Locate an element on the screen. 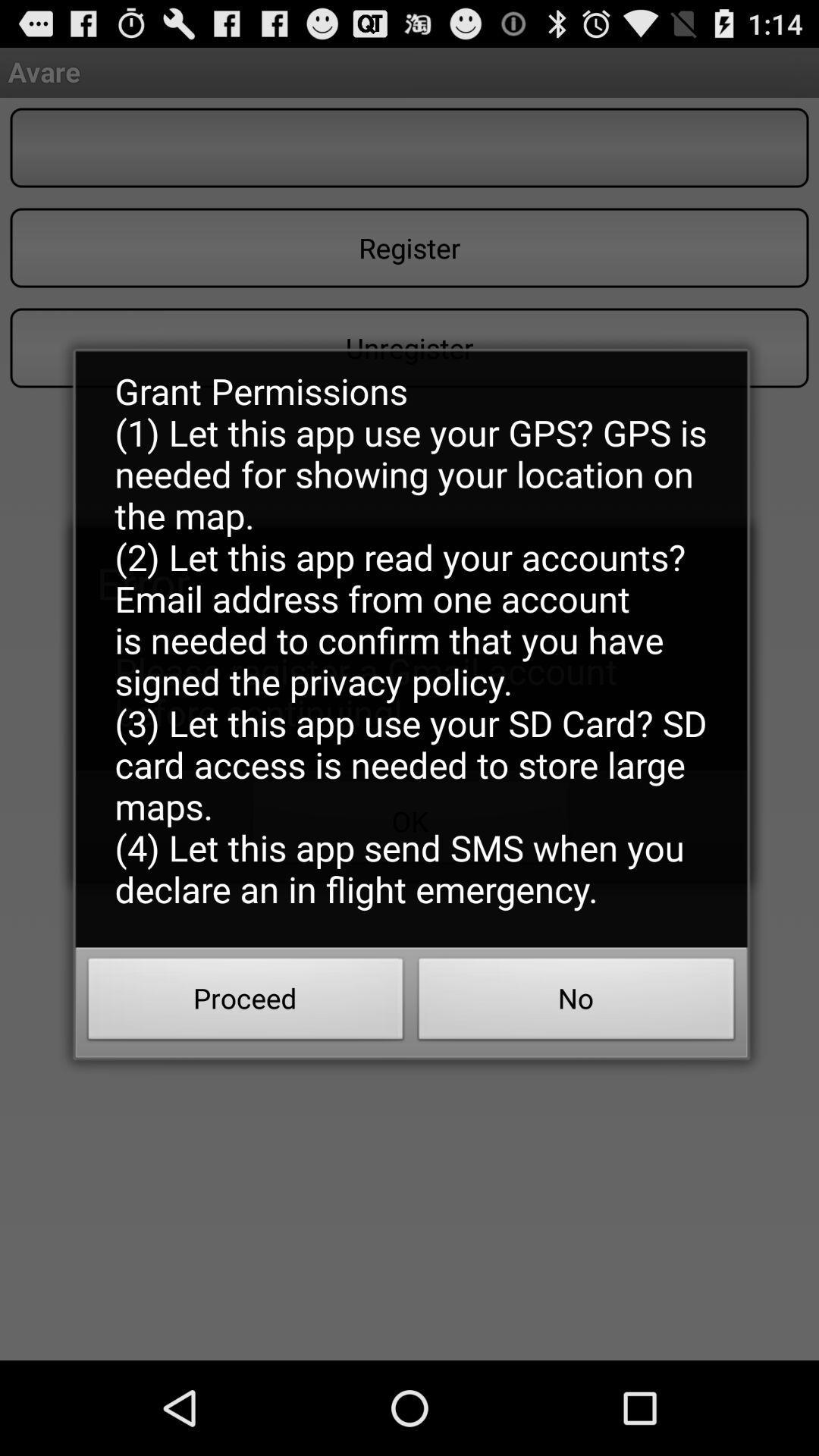 The height and width of the screenshot is (1456, 819). the item next to the no icon is located at coordinates (245, 1003).